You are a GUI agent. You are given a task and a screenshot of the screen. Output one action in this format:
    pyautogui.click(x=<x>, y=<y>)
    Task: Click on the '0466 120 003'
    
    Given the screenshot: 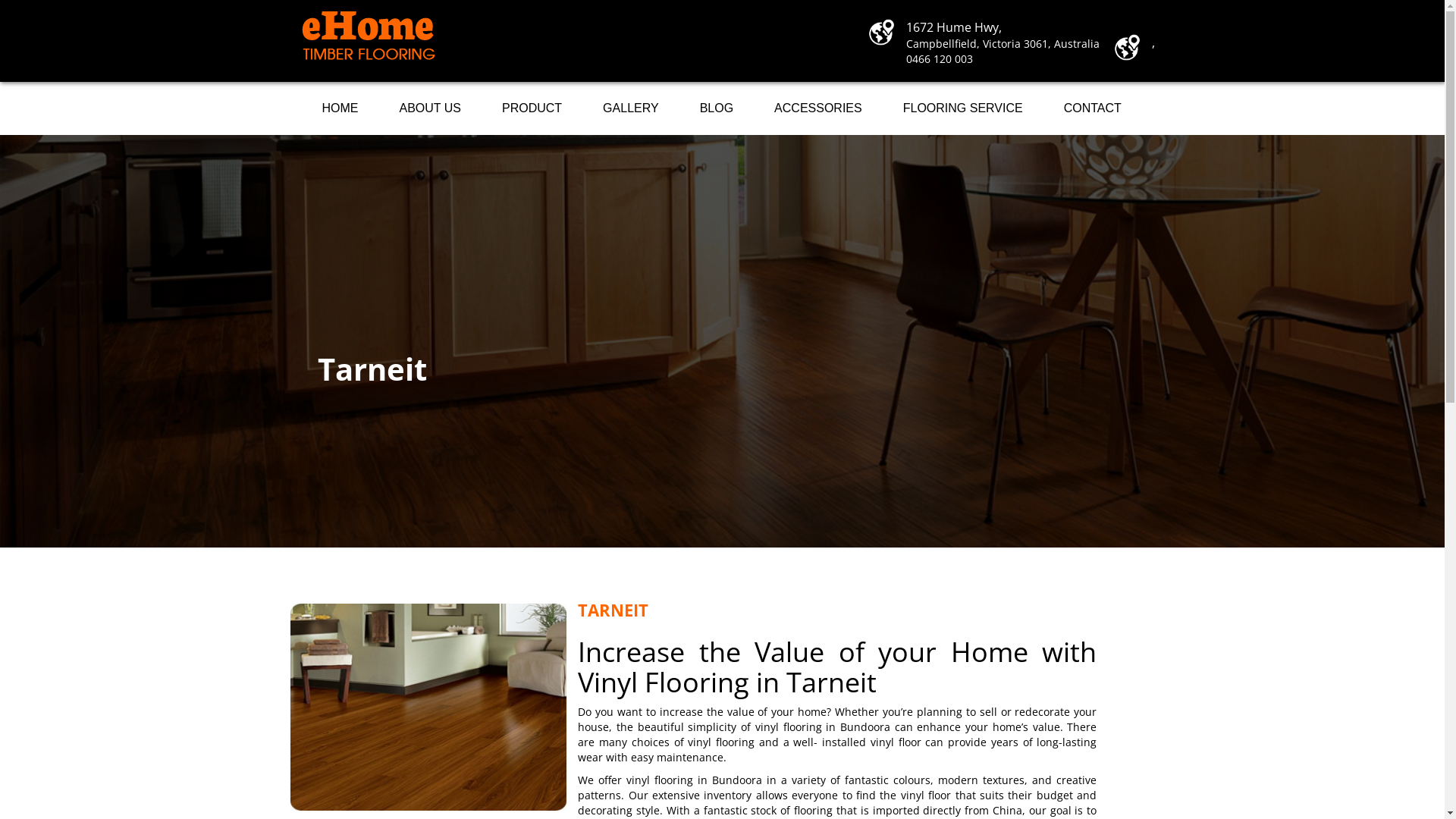 What is the action you would take?
    pyautogui.click(x=938, y=58)
    